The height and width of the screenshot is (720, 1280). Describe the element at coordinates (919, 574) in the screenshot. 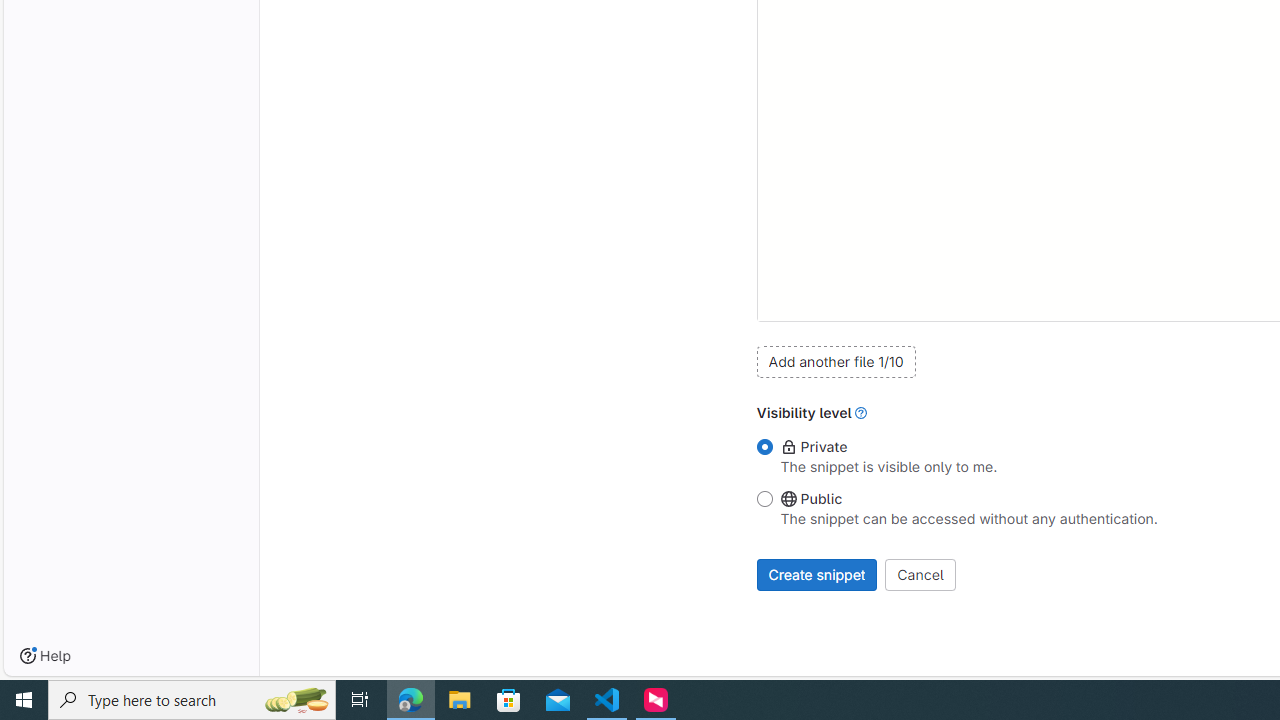

I see `'Cancel'` at that location.